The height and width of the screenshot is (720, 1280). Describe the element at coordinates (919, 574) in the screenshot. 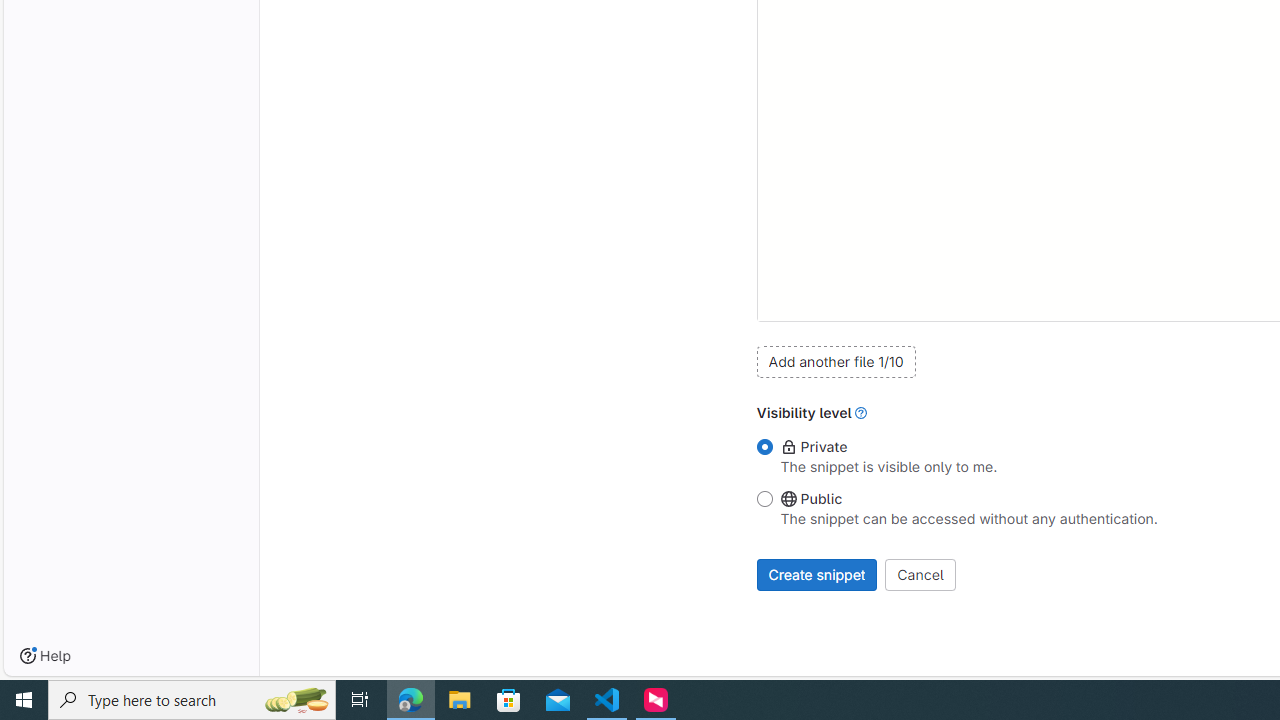

I see `'Cancel'` at that location.